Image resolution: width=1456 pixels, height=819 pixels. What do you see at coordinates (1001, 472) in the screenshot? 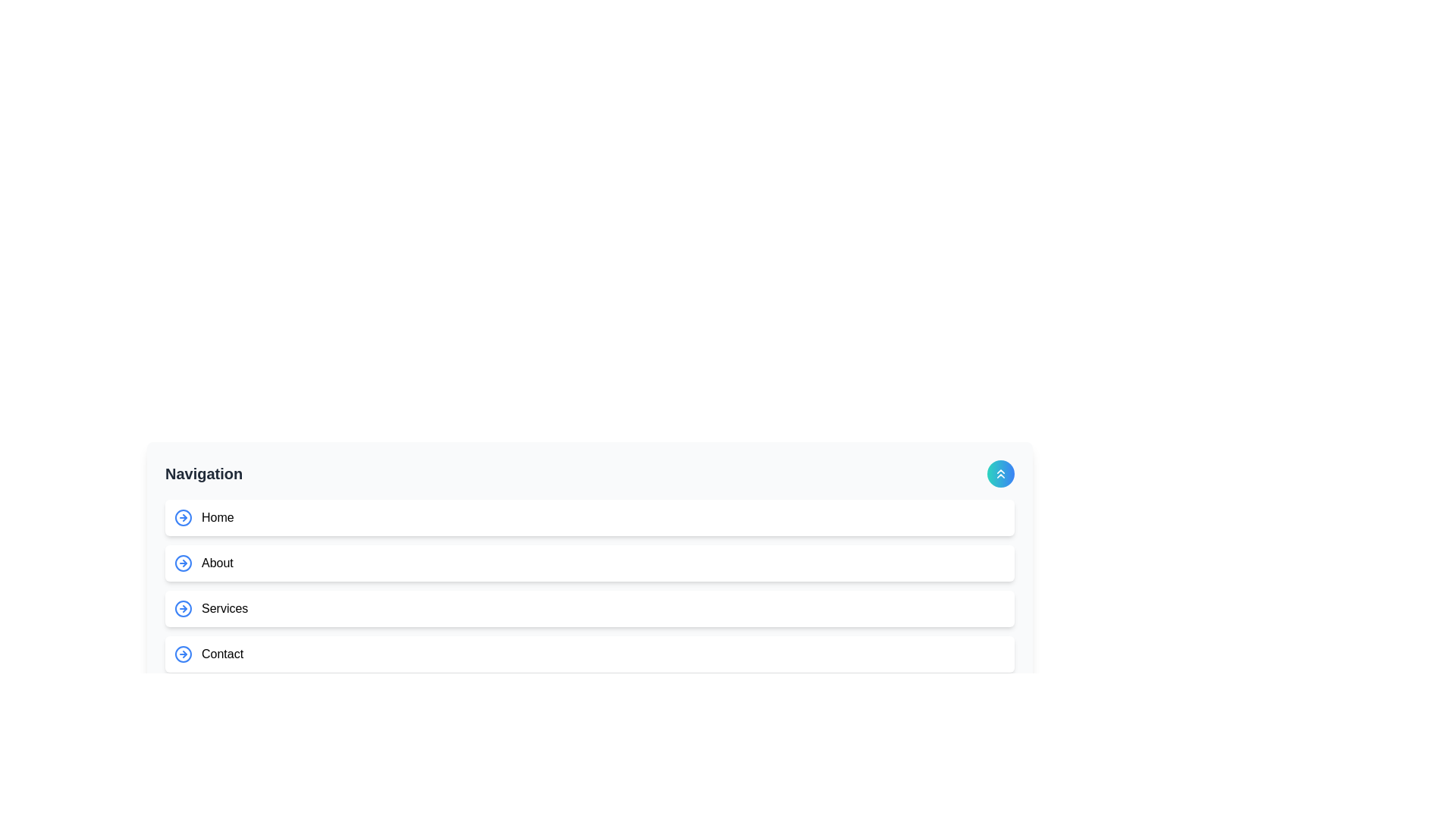
I see `the 'scroll to top' button located at the far right of the 'Navigation' header bar` at bounding box center [1001, 472].